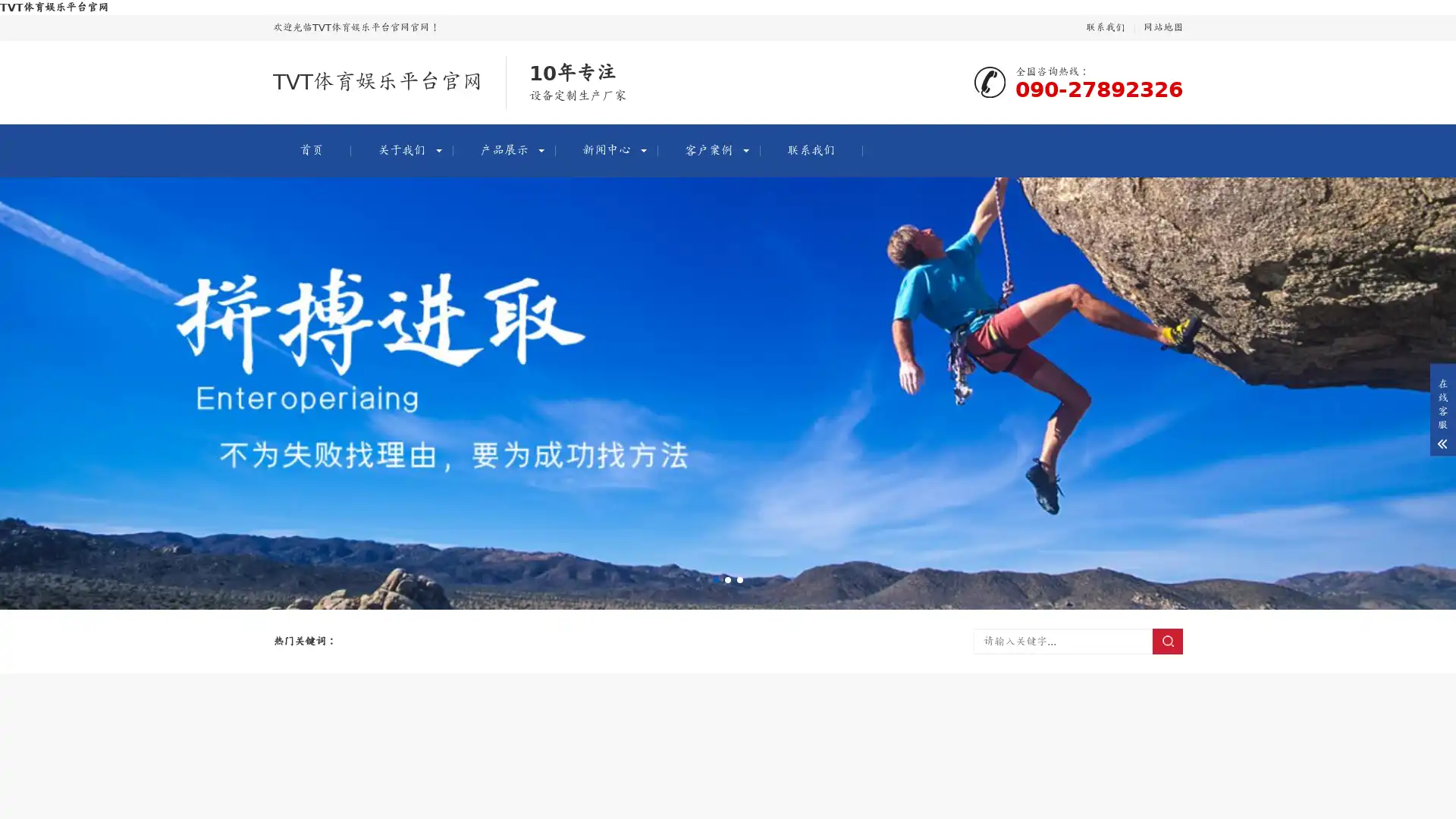 Image resolution: width=1456 pixels, height=819 pixels. What do you see at coordinates (728, 579) in the screenshot?
I see `Go to slide 2` at bounding box center [728, 579].